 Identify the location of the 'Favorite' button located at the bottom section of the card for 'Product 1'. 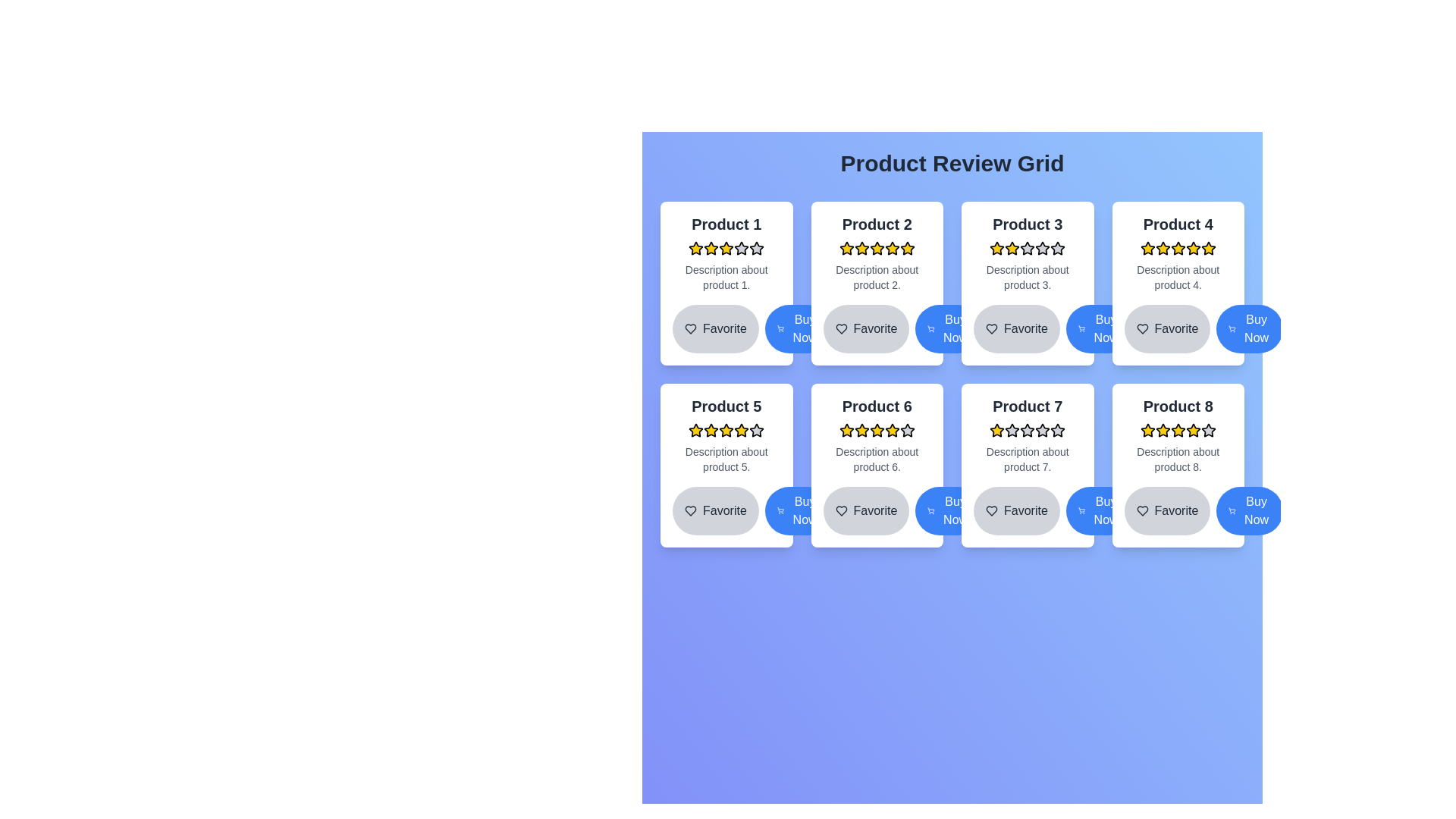
(726, 328).